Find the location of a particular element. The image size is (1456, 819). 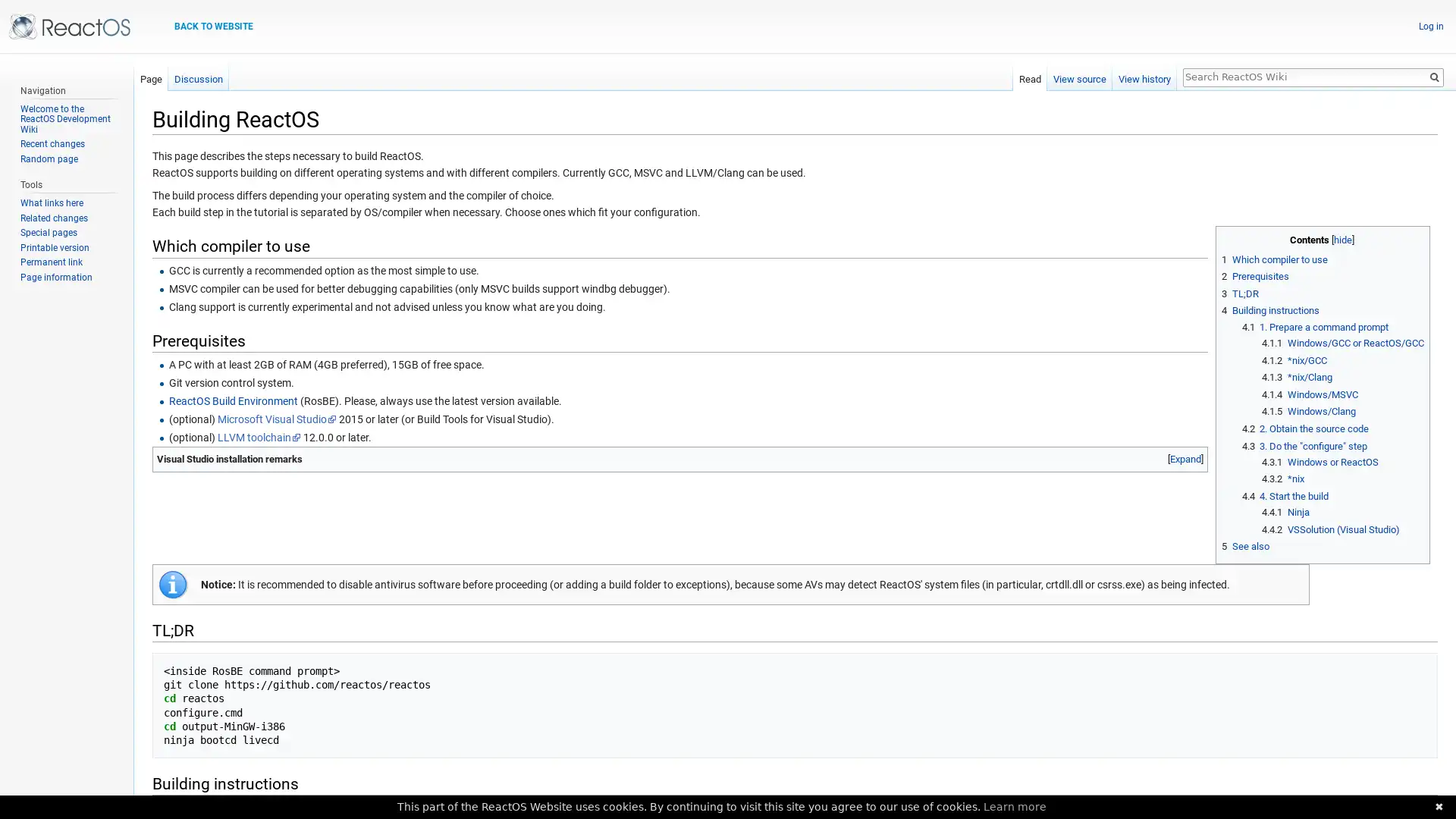

hide is located at coordinates (1342, 239).